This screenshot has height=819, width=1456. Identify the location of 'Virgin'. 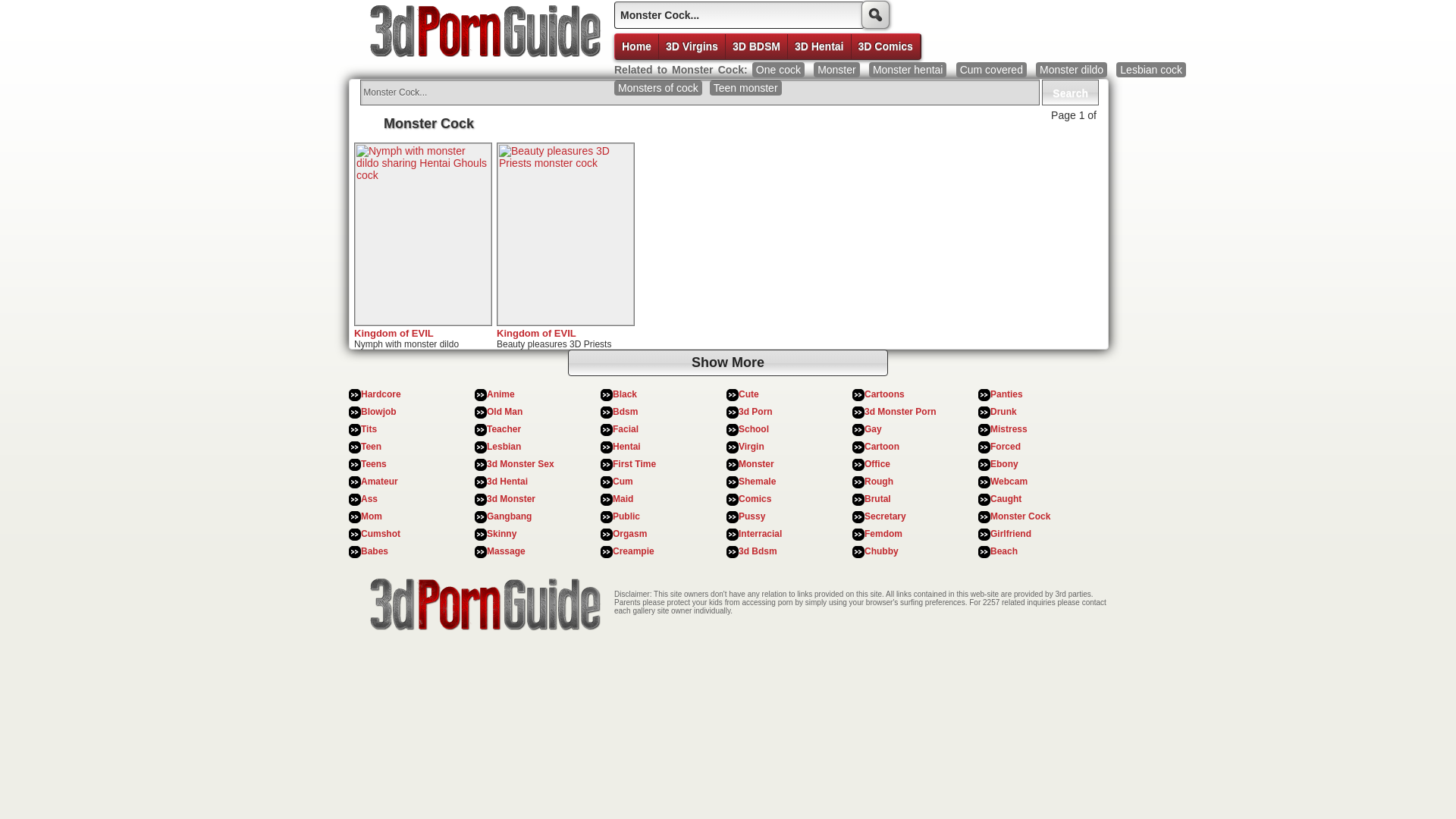
(751, 446).